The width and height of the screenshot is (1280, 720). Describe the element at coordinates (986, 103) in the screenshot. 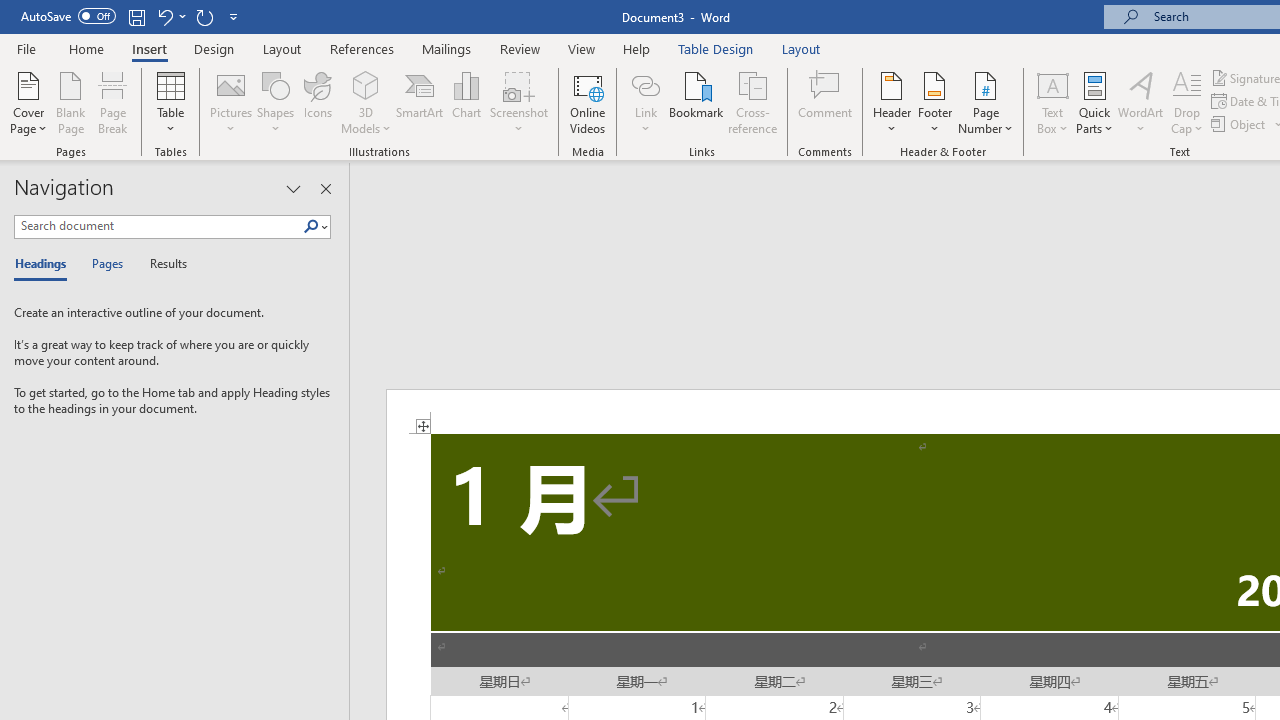

I see `'Page Number'` at that location.